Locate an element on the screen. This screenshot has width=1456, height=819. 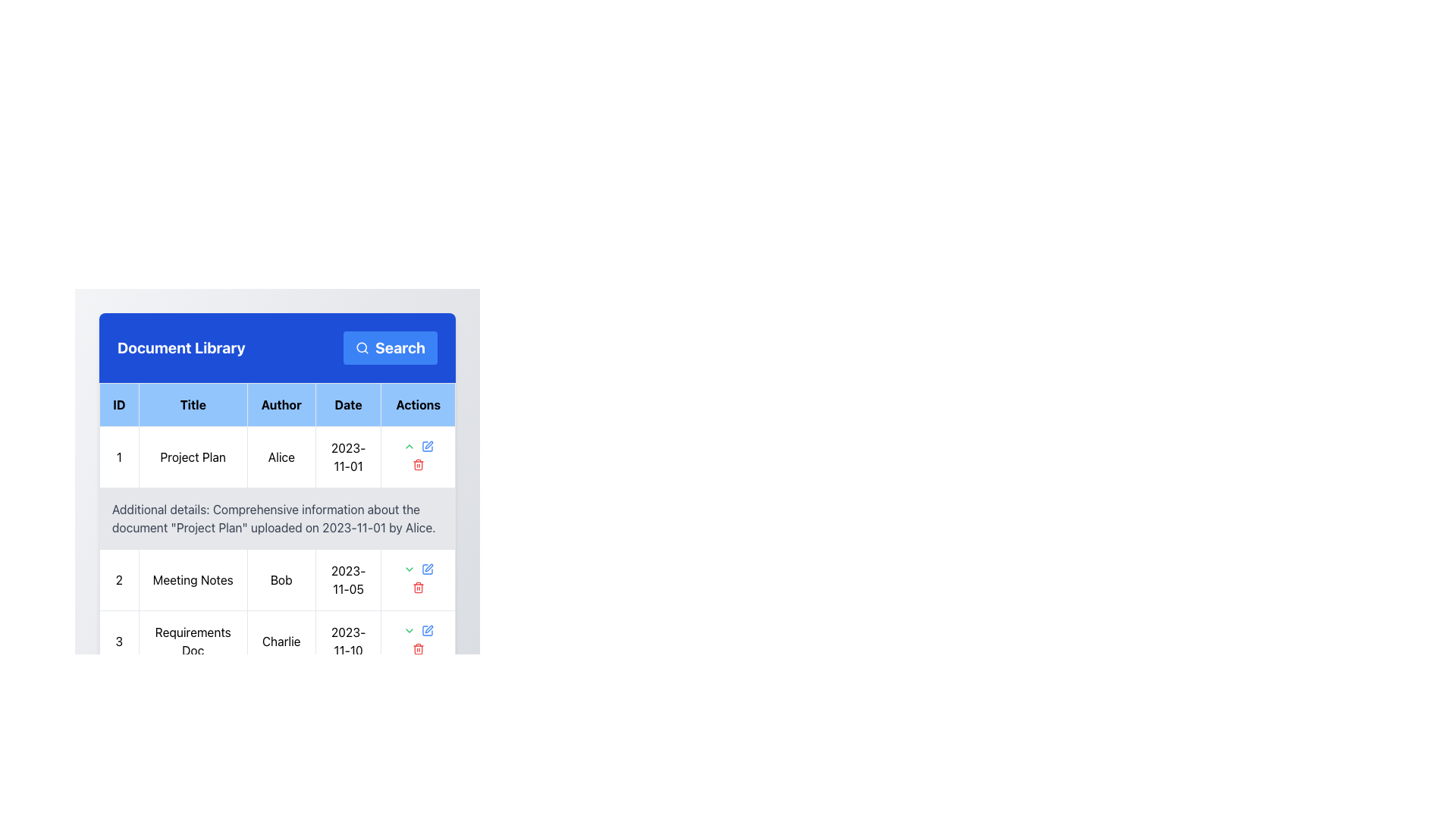
the text label that serves as the fifth column header in the table, located in the top right section adjacent to the 'Date' column is located at coordinates (418, 403).